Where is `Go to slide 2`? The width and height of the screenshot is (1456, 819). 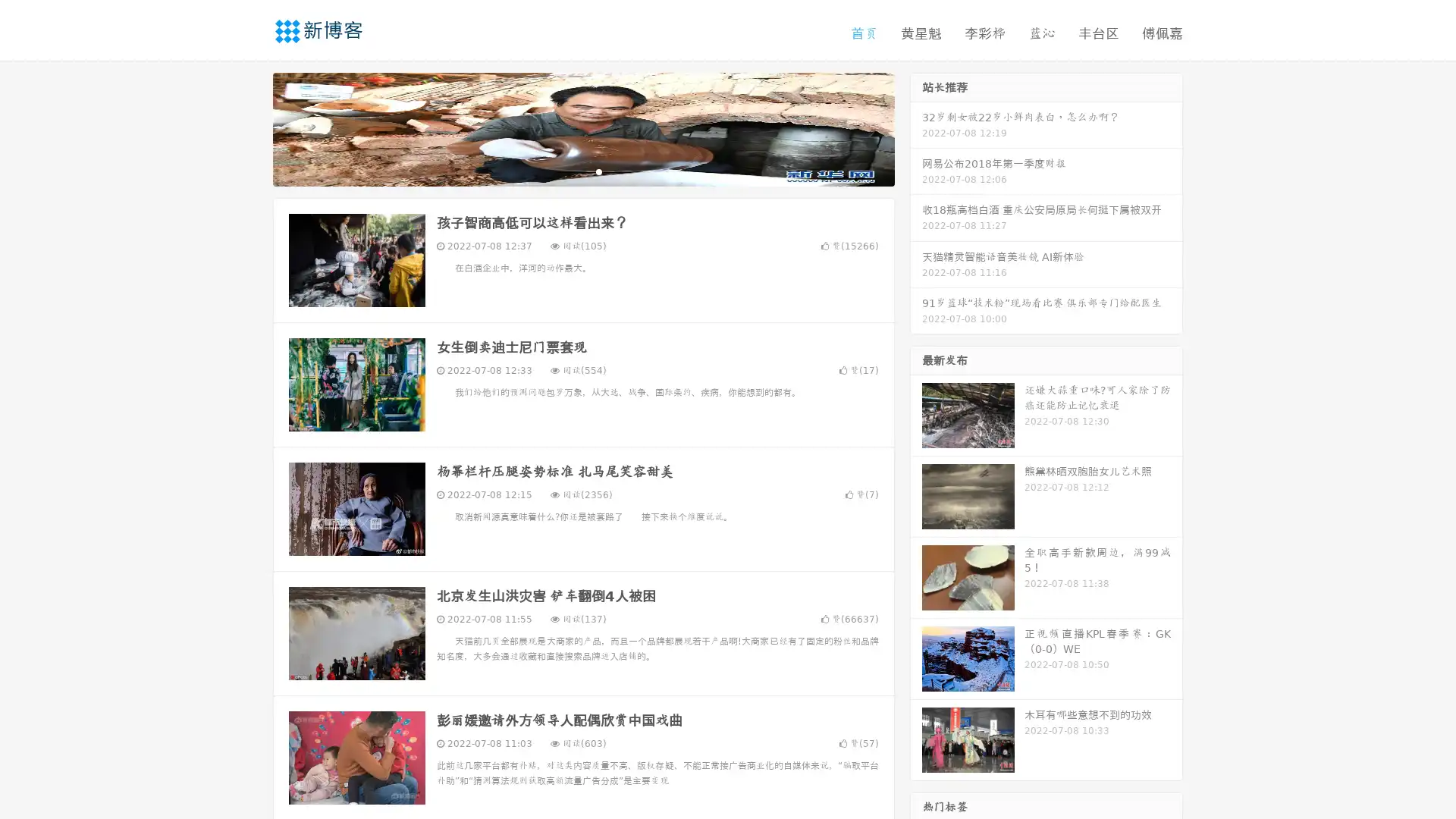
Go to slide 2 is located at coordinates (582, 171).